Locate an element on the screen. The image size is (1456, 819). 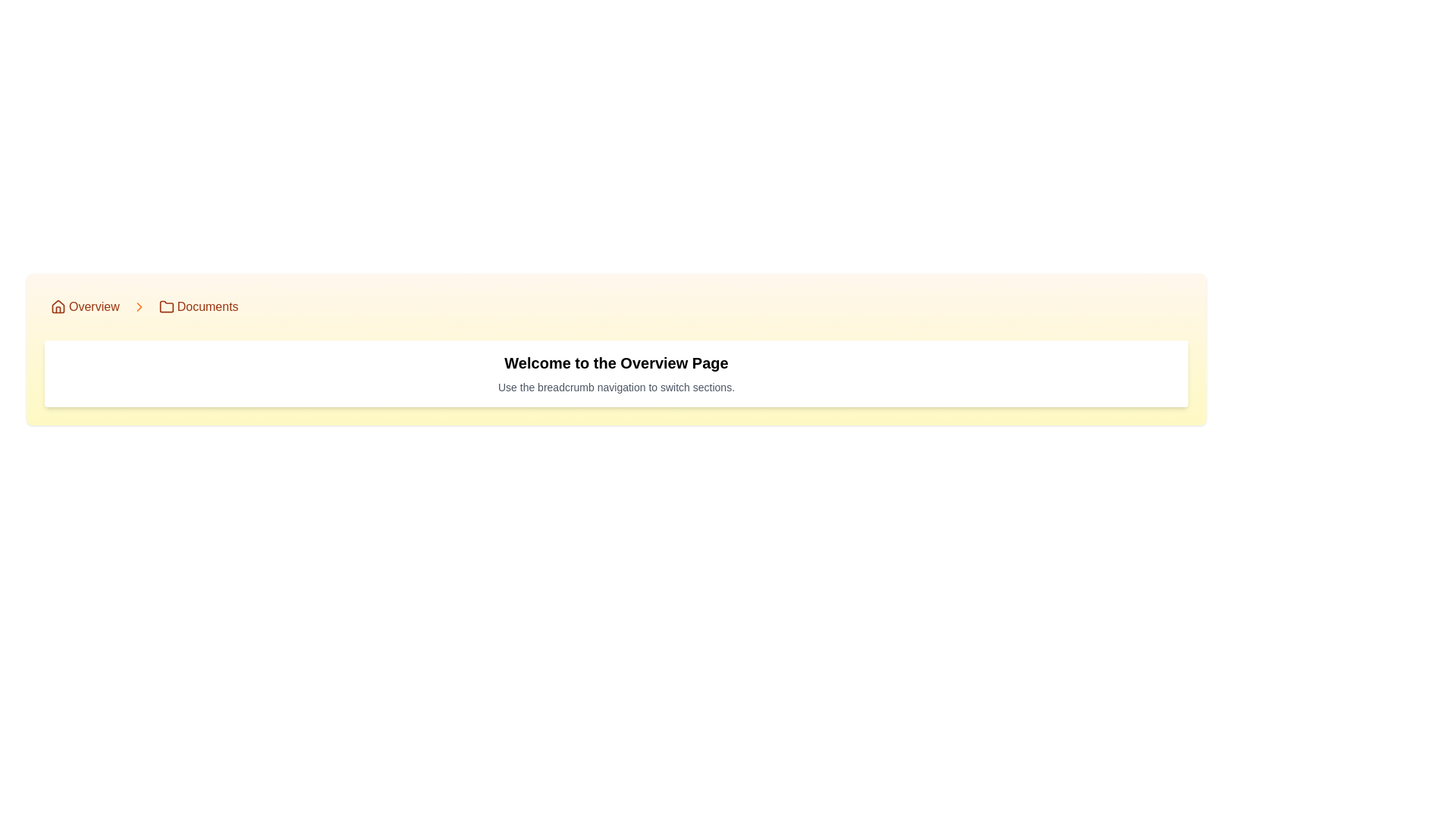
the 'Overview' button, which features a small house icon and bold orange text is located at coordinates (84, 307).